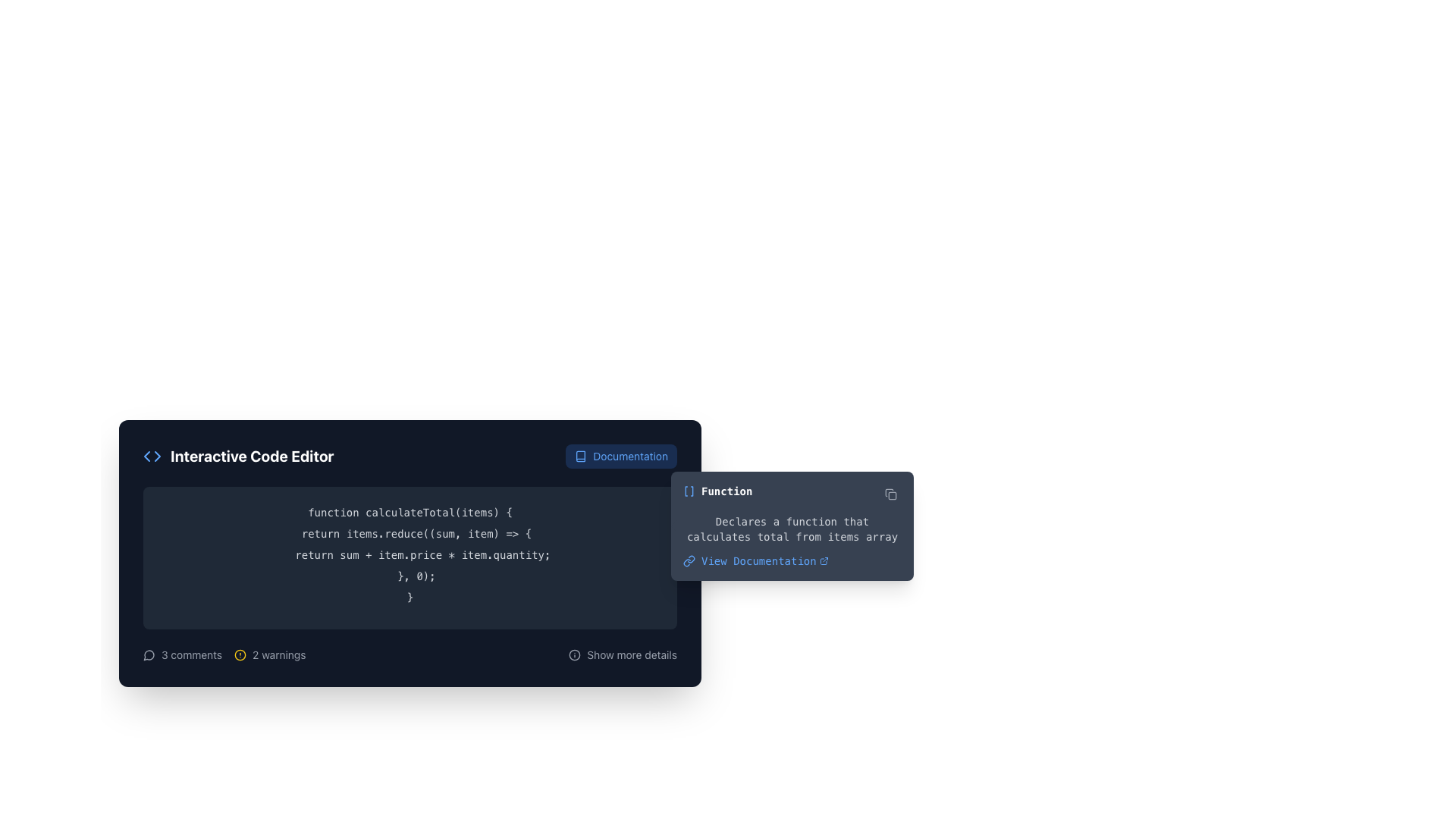 The width and height of the screenshot is (1456, 819). Describe the element at coordinates (632, 654) in the screenshot. I see `the interactive text label located at the bottom right of the code editor panel` at that location.